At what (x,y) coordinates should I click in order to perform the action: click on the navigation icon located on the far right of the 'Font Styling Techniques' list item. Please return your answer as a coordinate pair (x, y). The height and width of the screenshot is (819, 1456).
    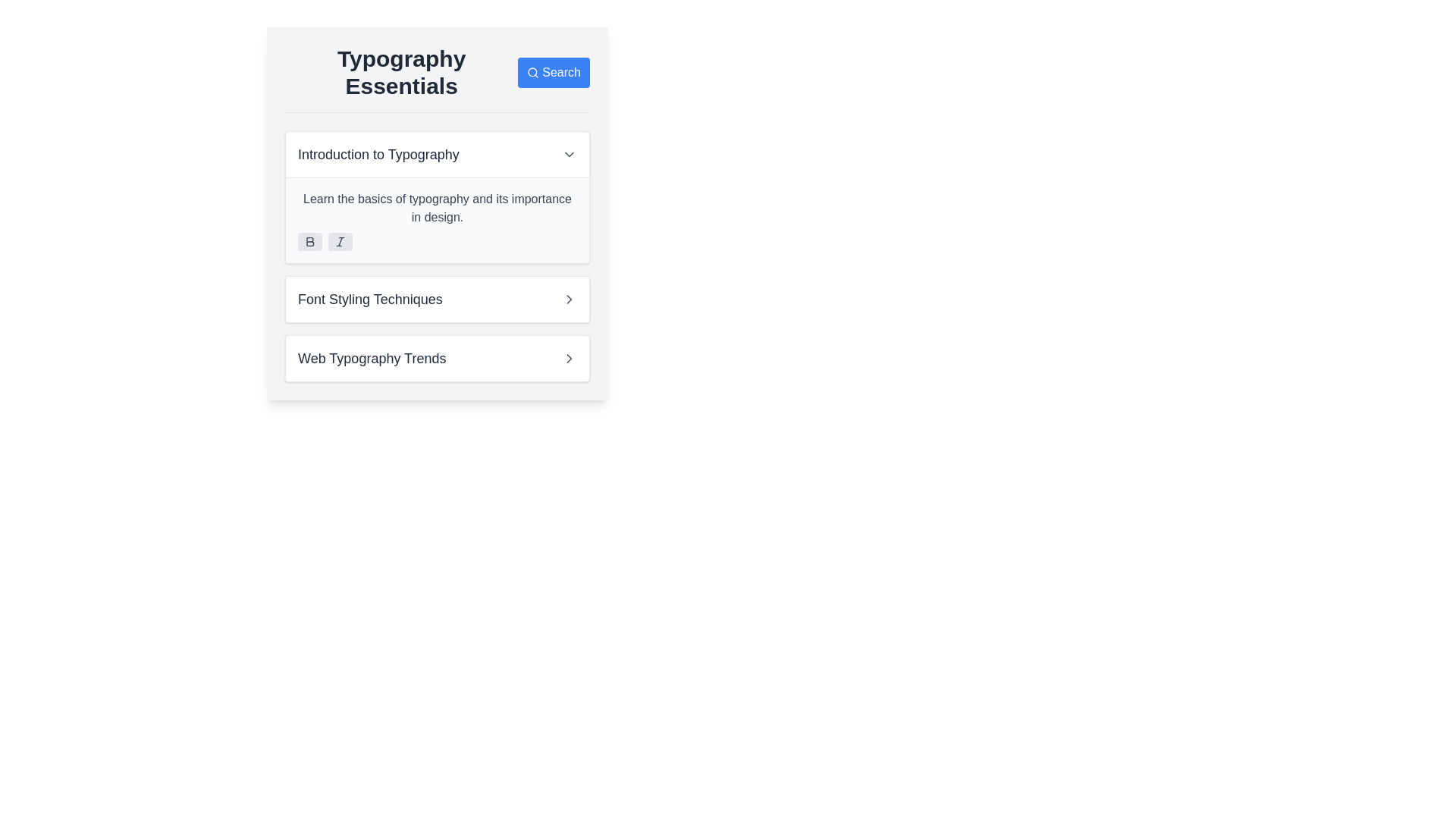
    Looking at the image, I should click on (568, 299).